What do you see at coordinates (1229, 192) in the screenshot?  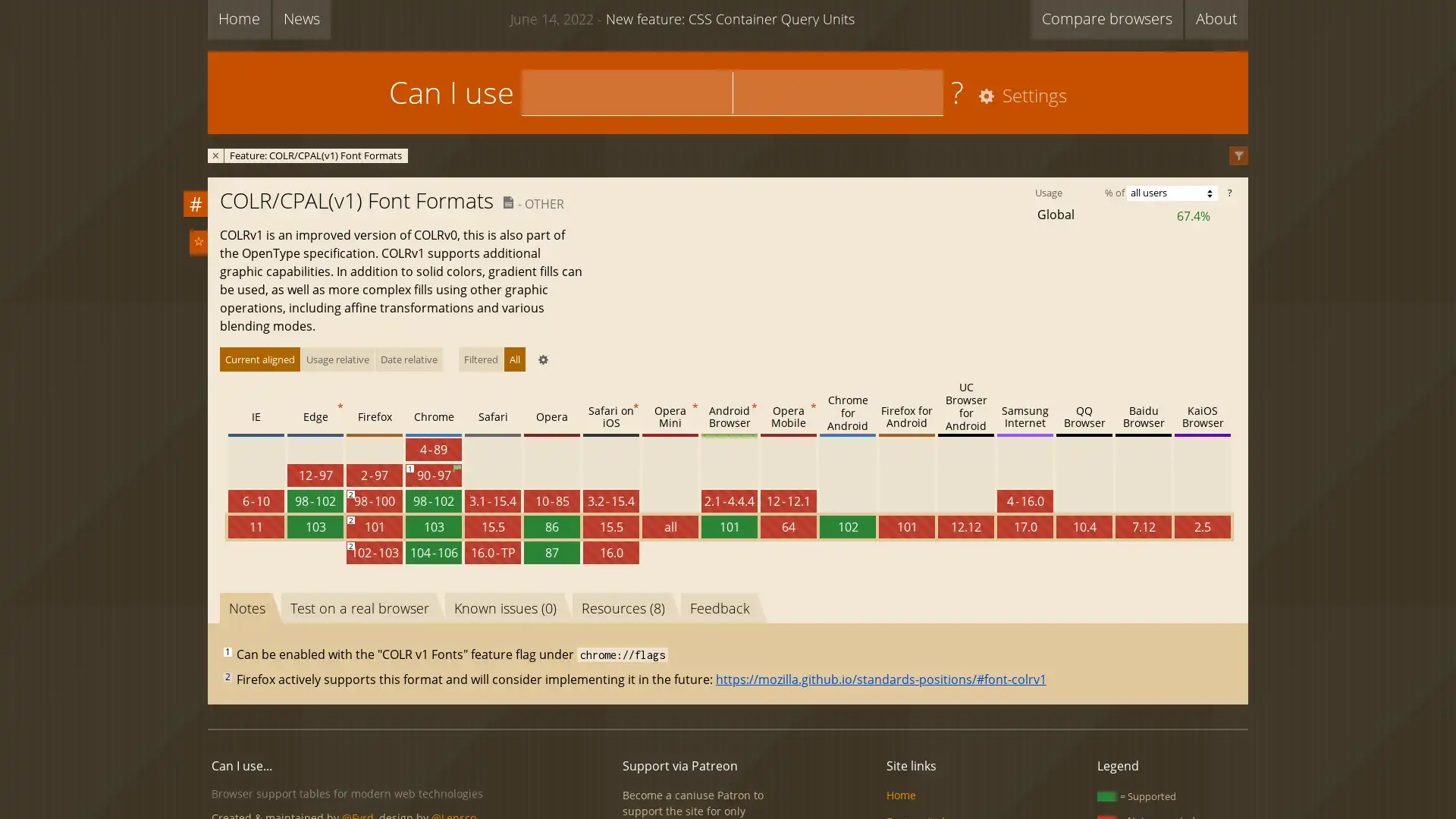 I see `?` at bounding box center [1229, 192].